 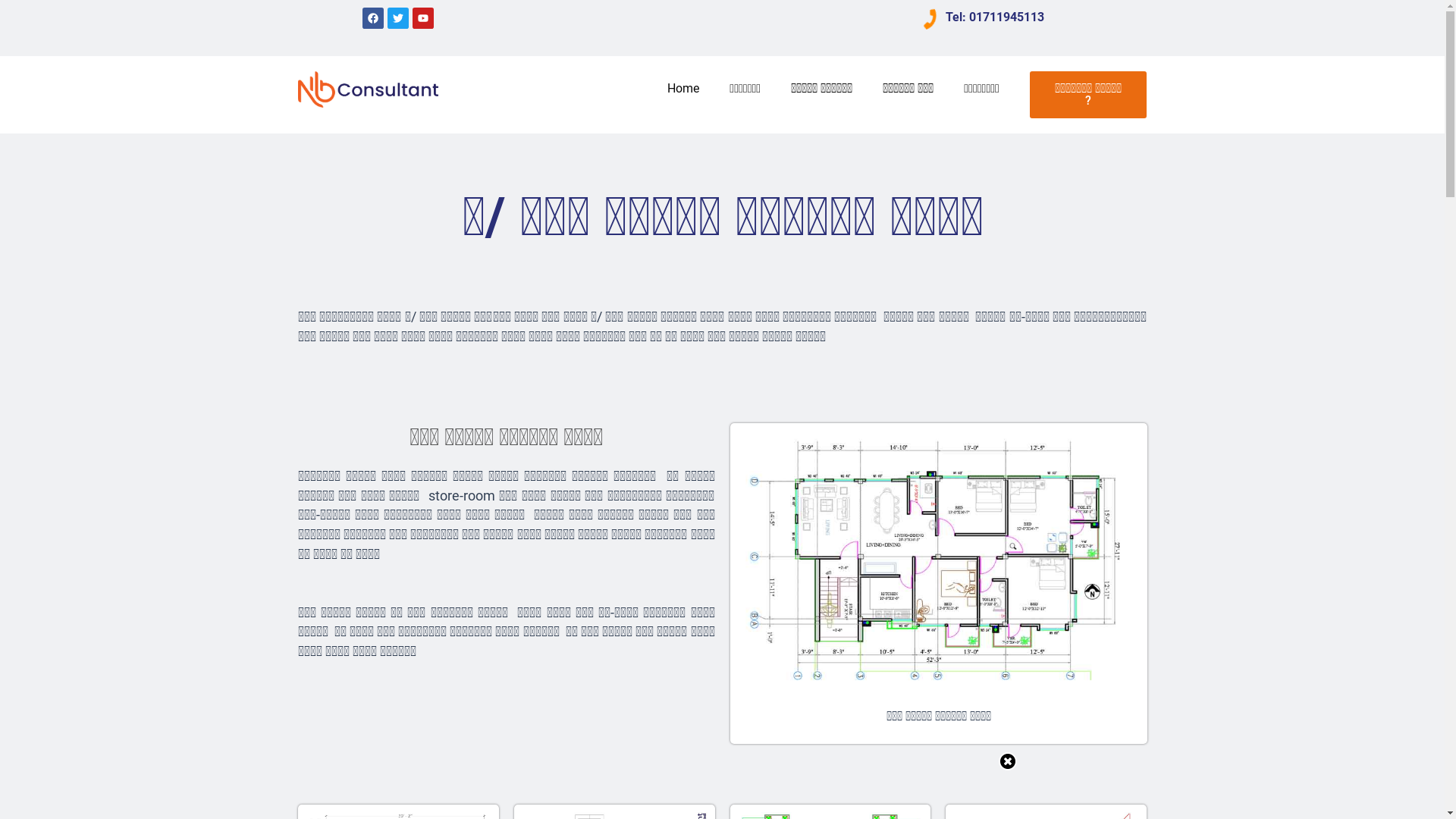 I want to click on 'Youtube', so click(x=422, y=17).